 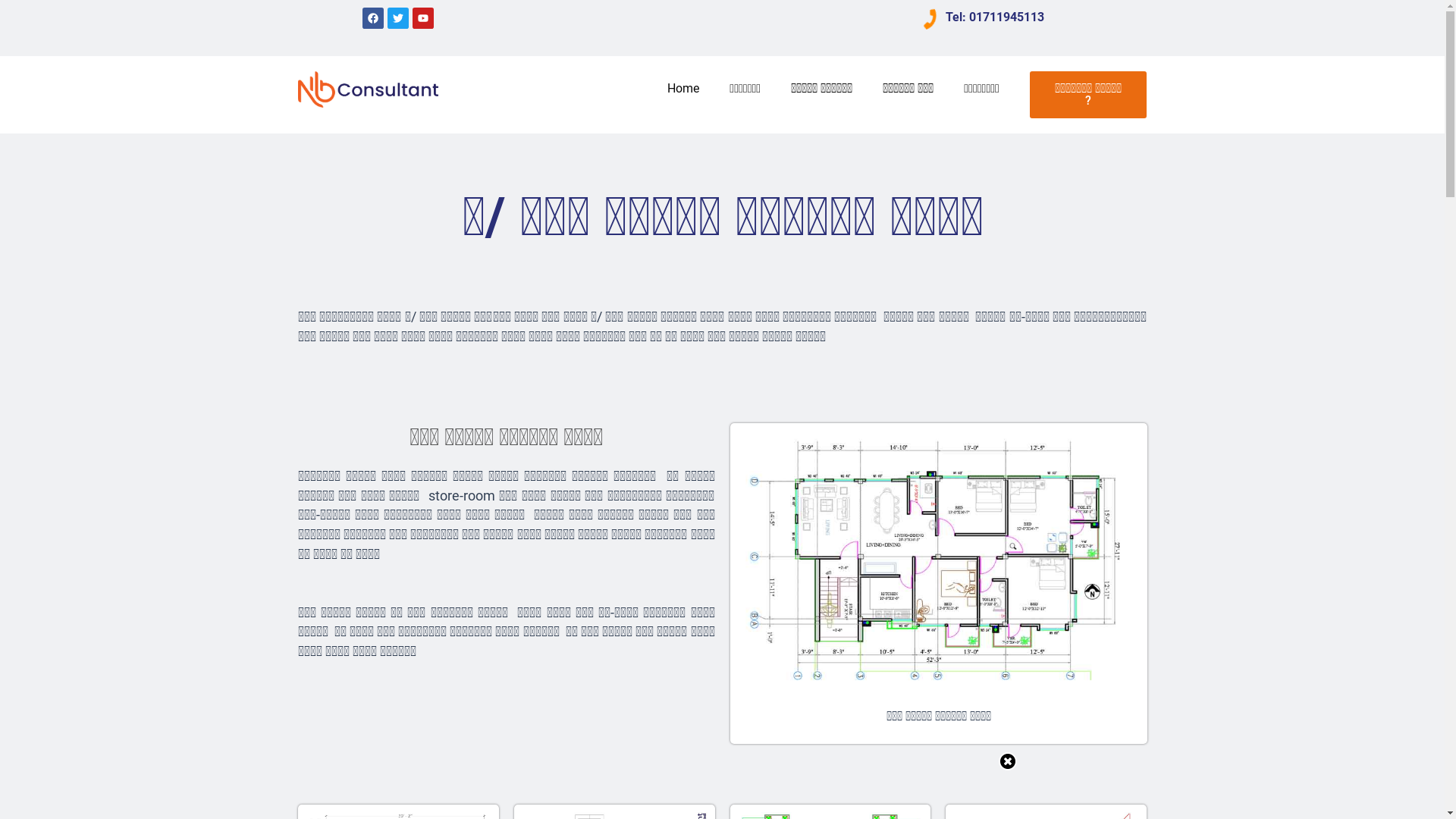 I want to click on 'Youtube', so click(x=422, y=17).